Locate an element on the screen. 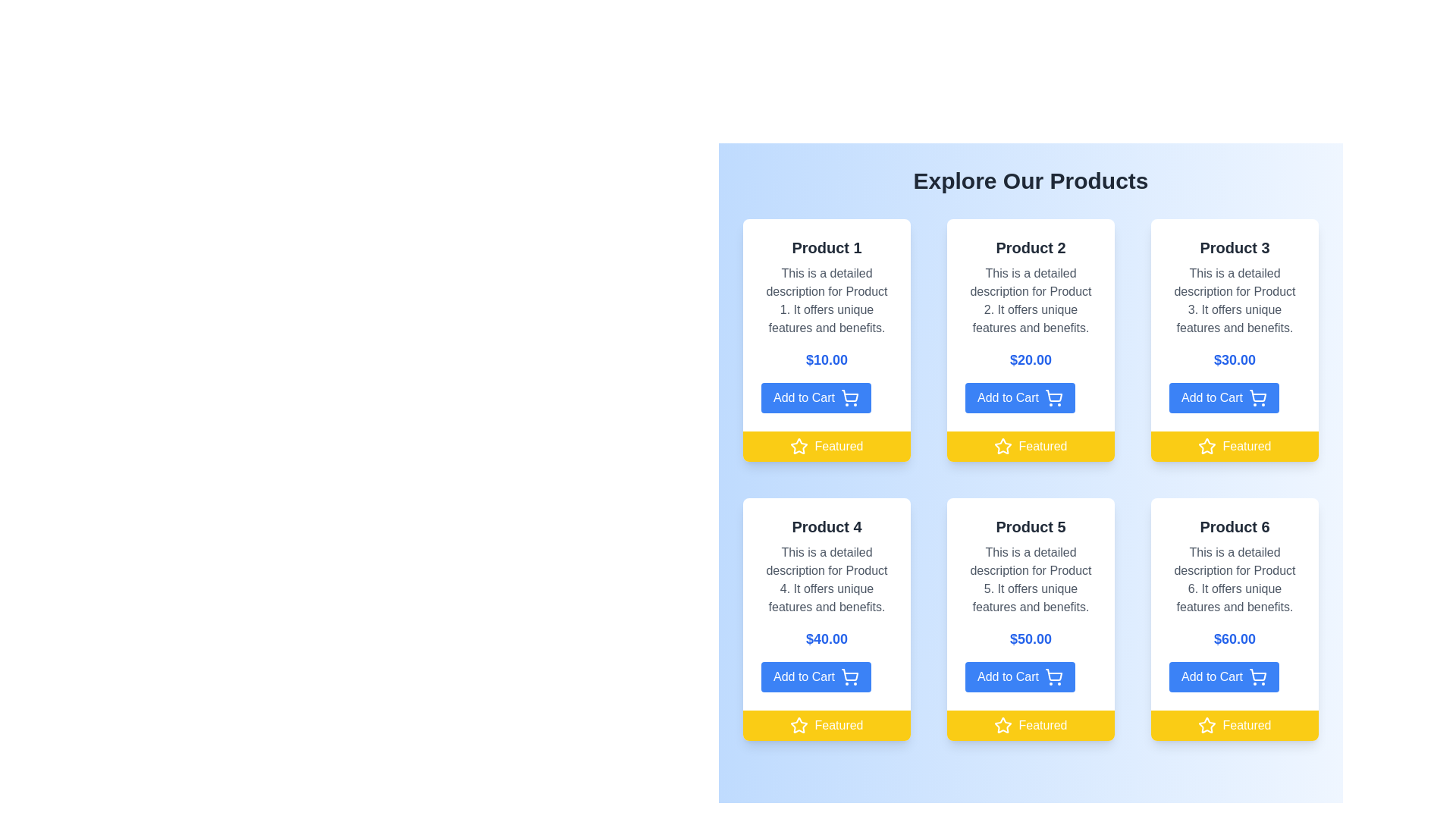 Image resolution: width=1456 pixels, height=819 pixels. text from the title label displaying 'Product 3', which is located at the top of the product card, above the description and price is located at coordinates (1235, 247).